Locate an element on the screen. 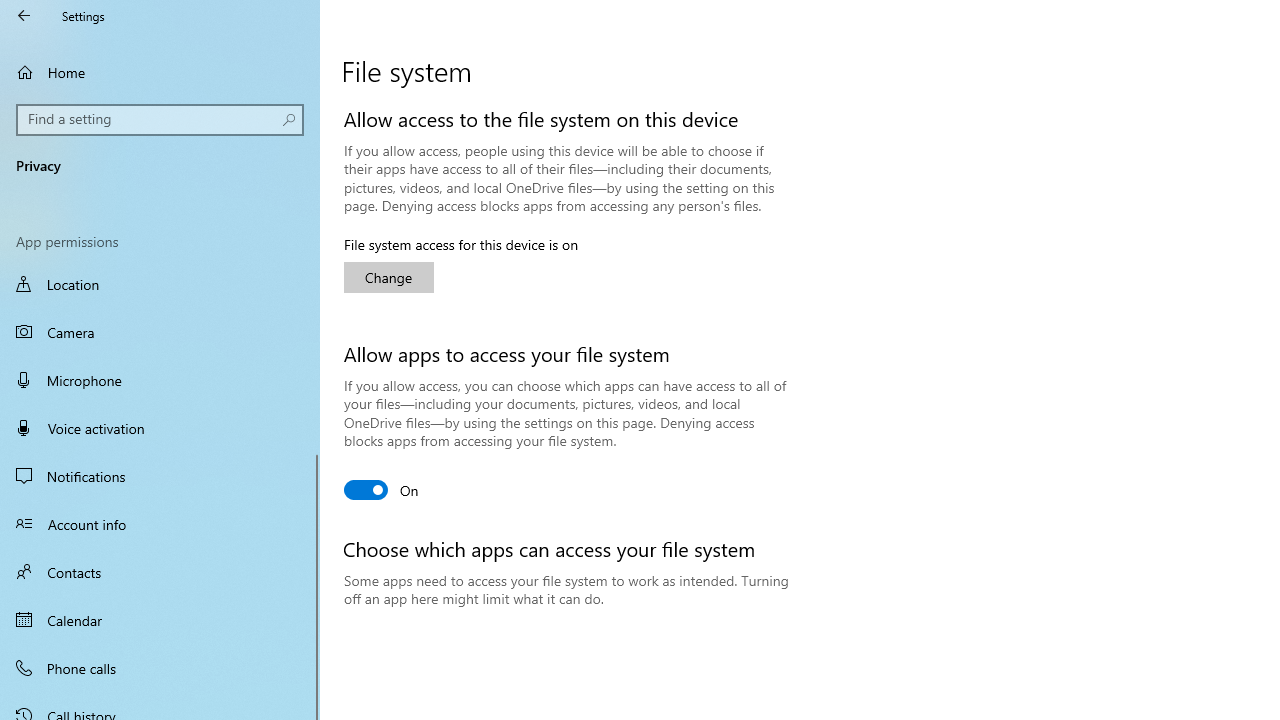  'Account info' is located at coordinates (160, 522).